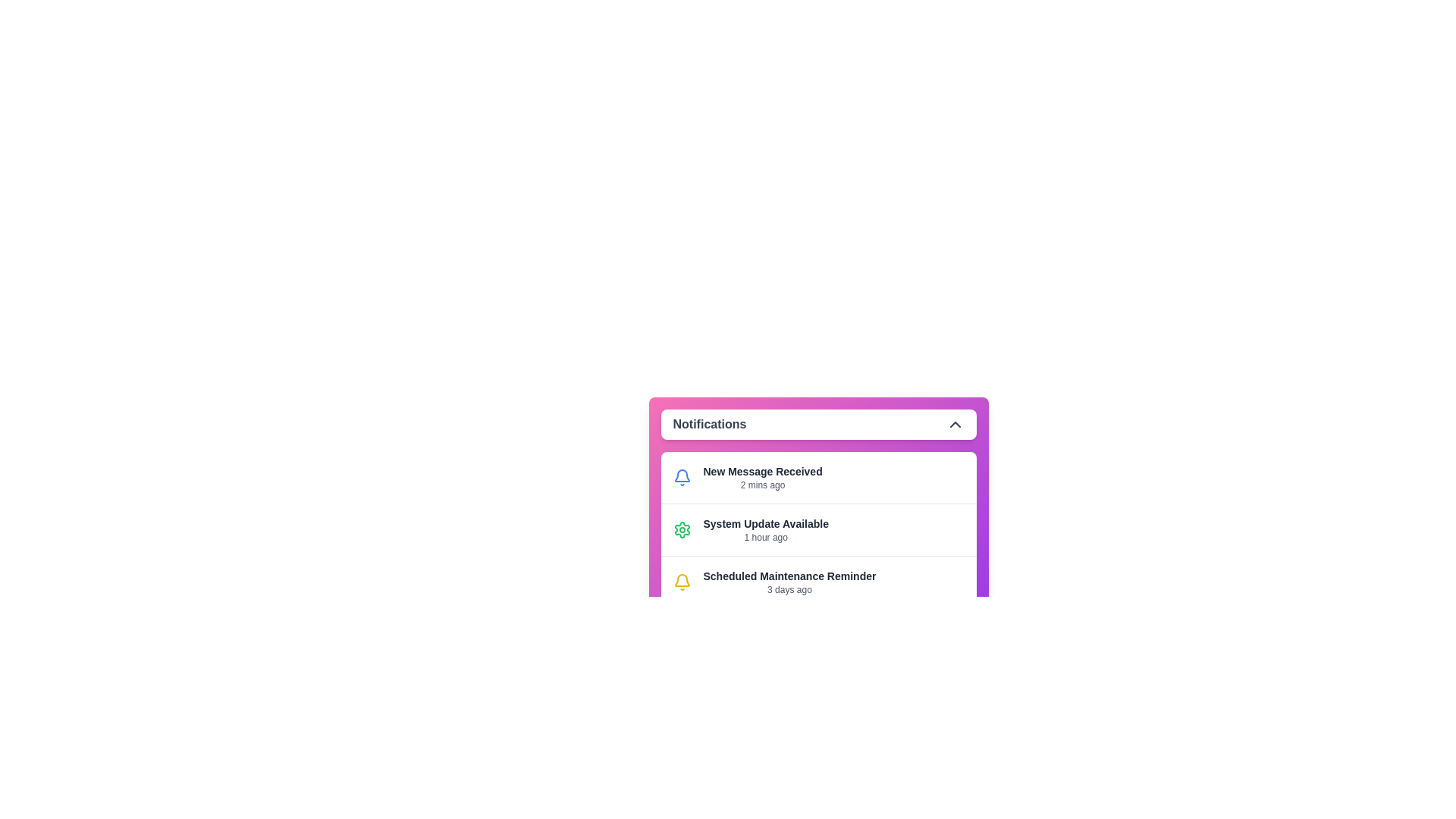  I want to click on the Decorative SVG shape within the notification bell icon, which is centrally aligned within the bell's body, located at the bottom-left part of the notification dropdown, so click(681, 475).